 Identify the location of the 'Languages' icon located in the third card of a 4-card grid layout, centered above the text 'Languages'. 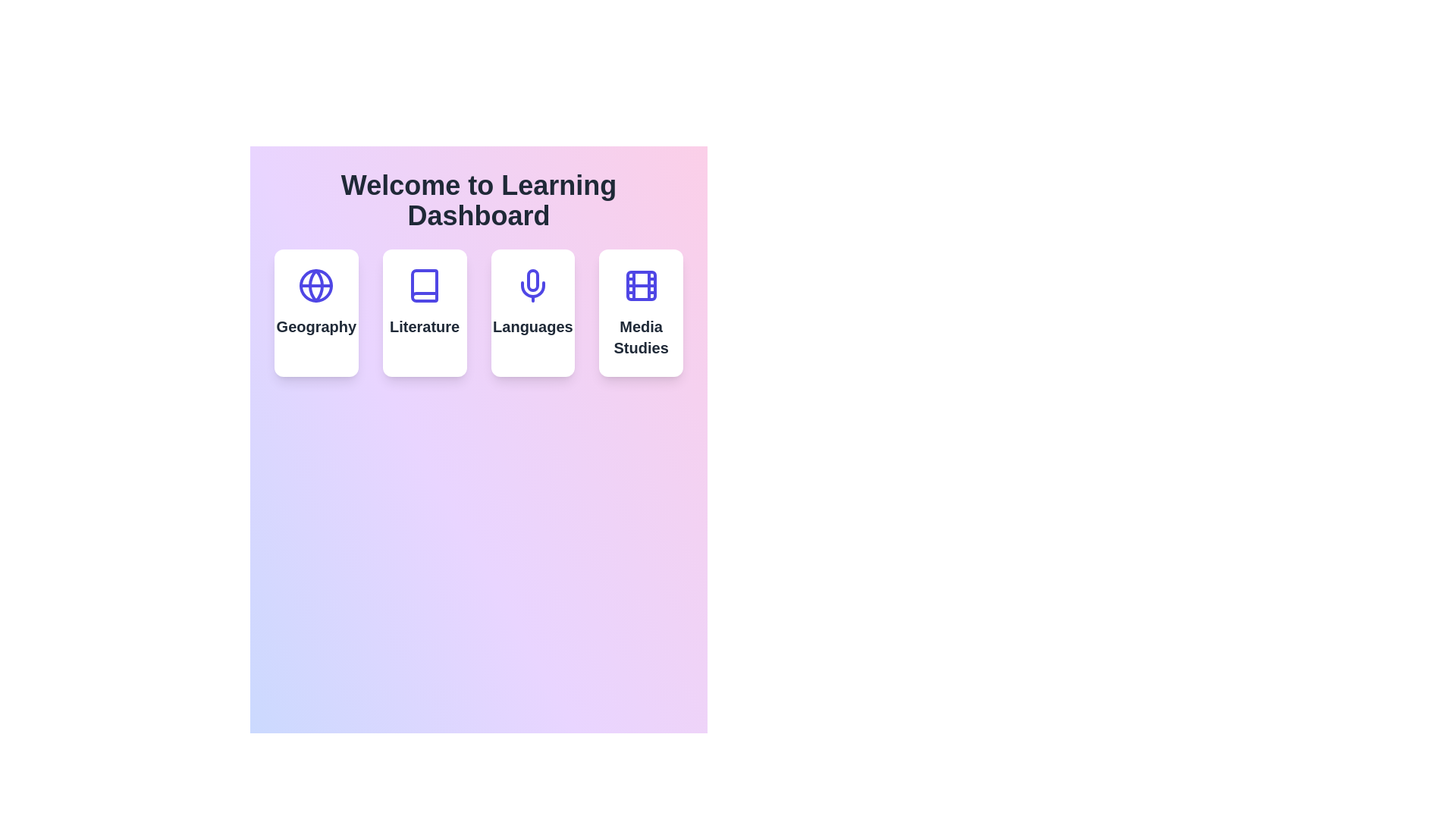
(532, 286).